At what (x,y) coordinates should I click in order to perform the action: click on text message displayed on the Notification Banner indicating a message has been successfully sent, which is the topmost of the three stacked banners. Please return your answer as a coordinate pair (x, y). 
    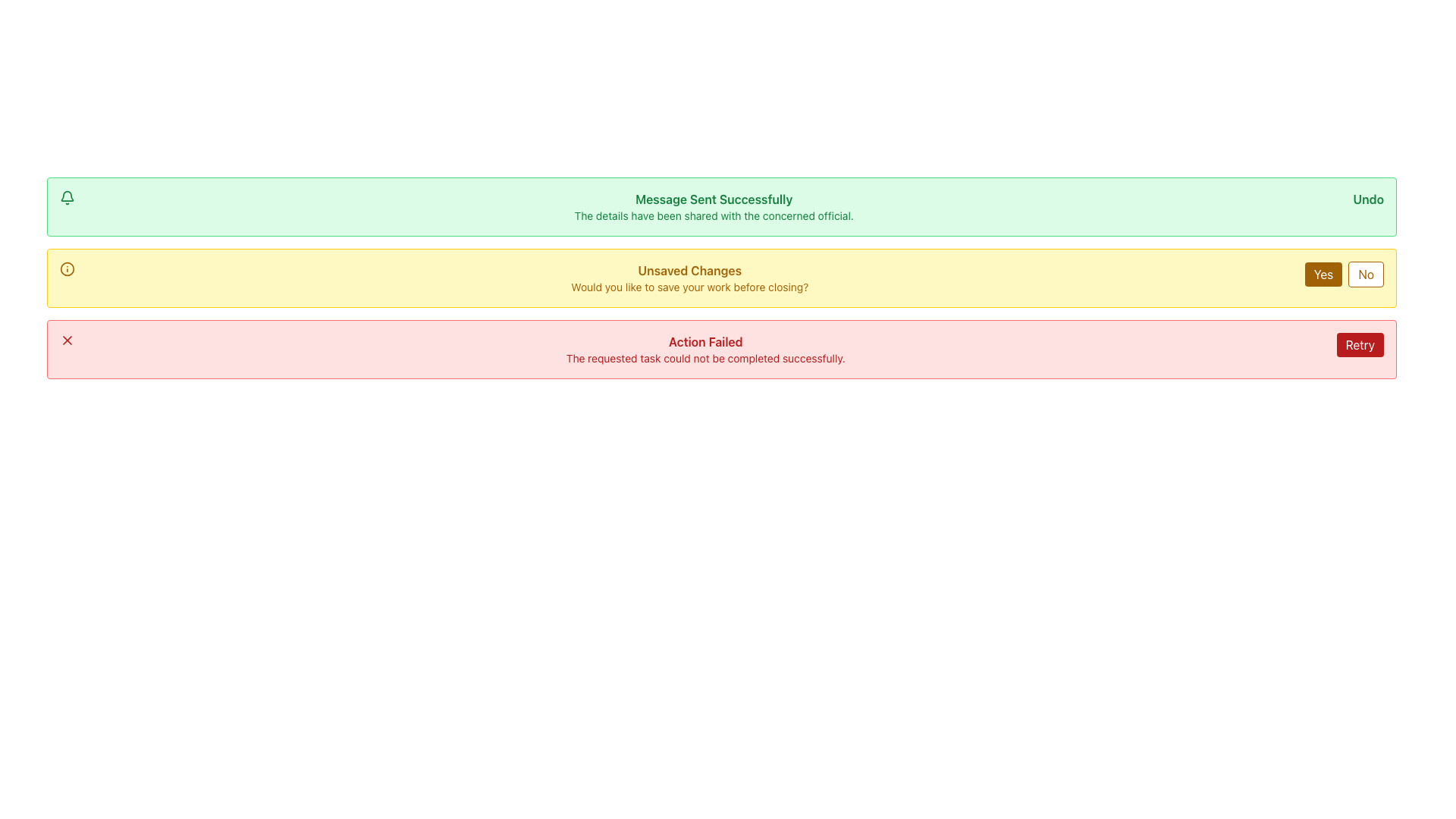
    Looking at the image, I should click on (720, 207).